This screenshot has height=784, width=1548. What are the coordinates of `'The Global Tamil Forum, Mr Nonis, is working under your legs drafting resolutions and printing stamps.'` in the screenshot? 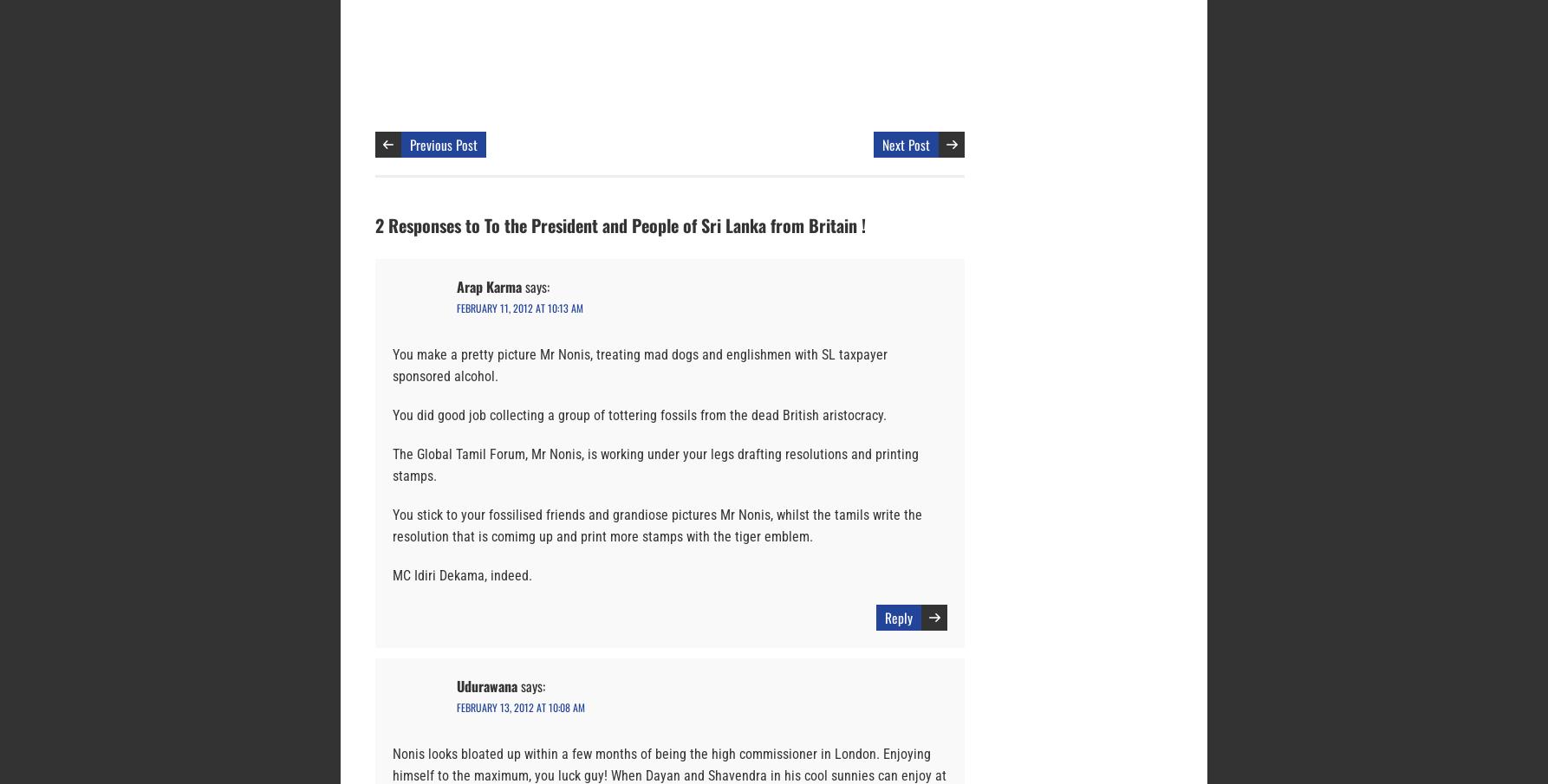 It's located at (391, 464).